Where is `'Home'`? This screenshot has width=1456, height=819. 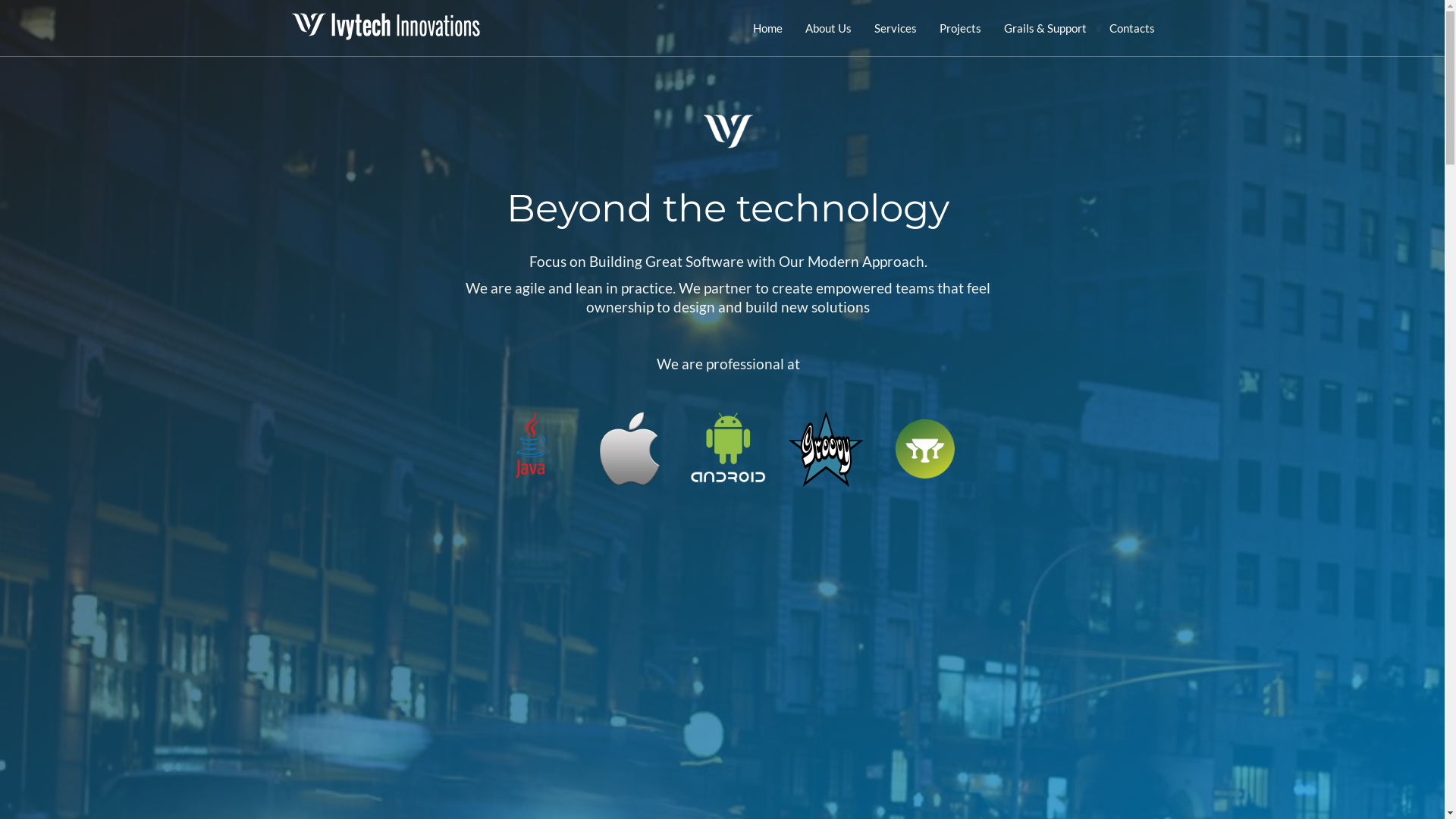
'Home' is located at coordinates (767, 28).